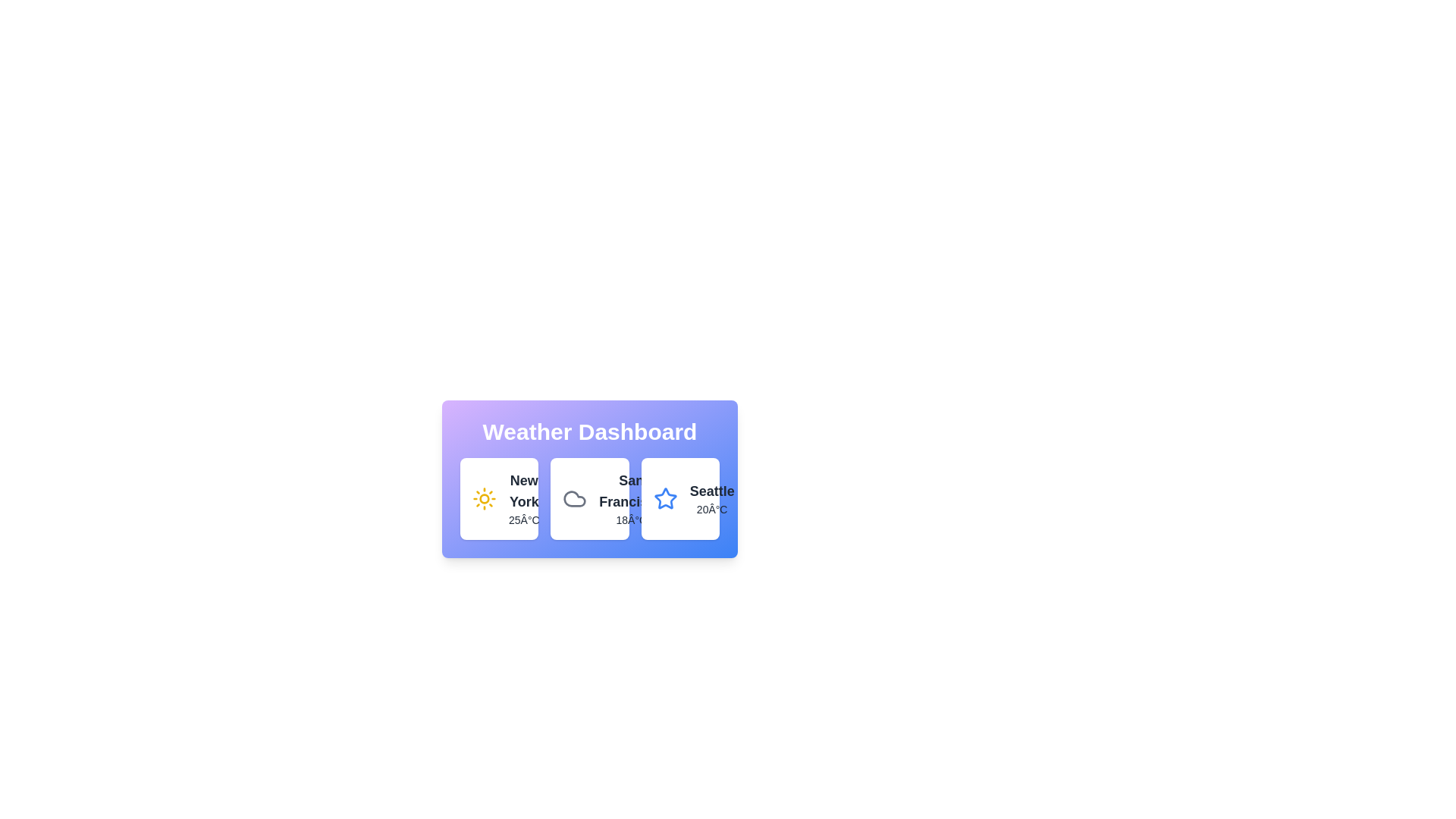  Describe the element at coordinates (665, 499) in the screenshot. I see `the weather status icon for 'Seattle' located` at that location.